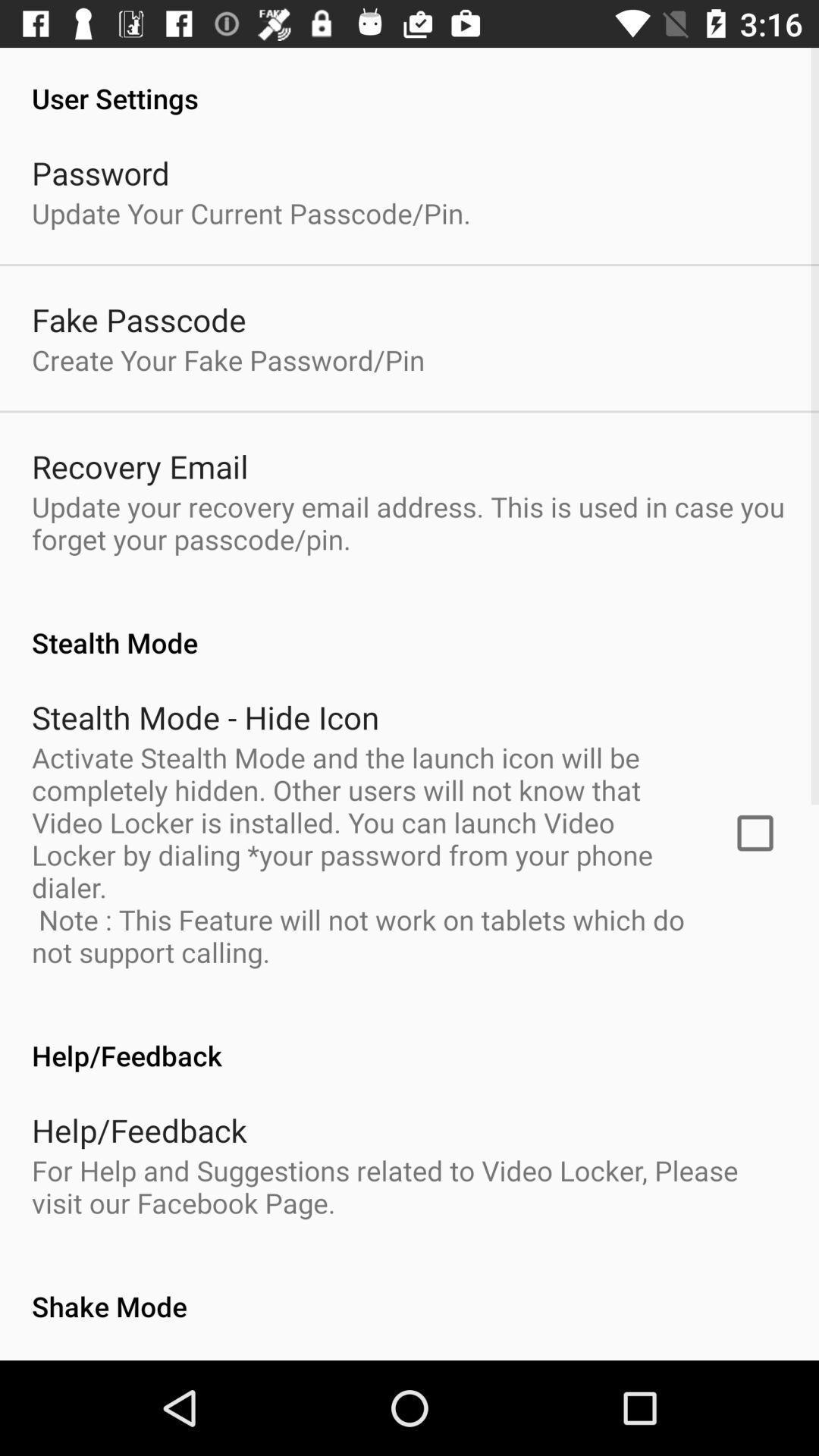 Image resolution: width=819 pixels, height=1456 pixels. Describe the element at coordinates (755, 832) in the screenshot. I see `the icon on the right` at that location.